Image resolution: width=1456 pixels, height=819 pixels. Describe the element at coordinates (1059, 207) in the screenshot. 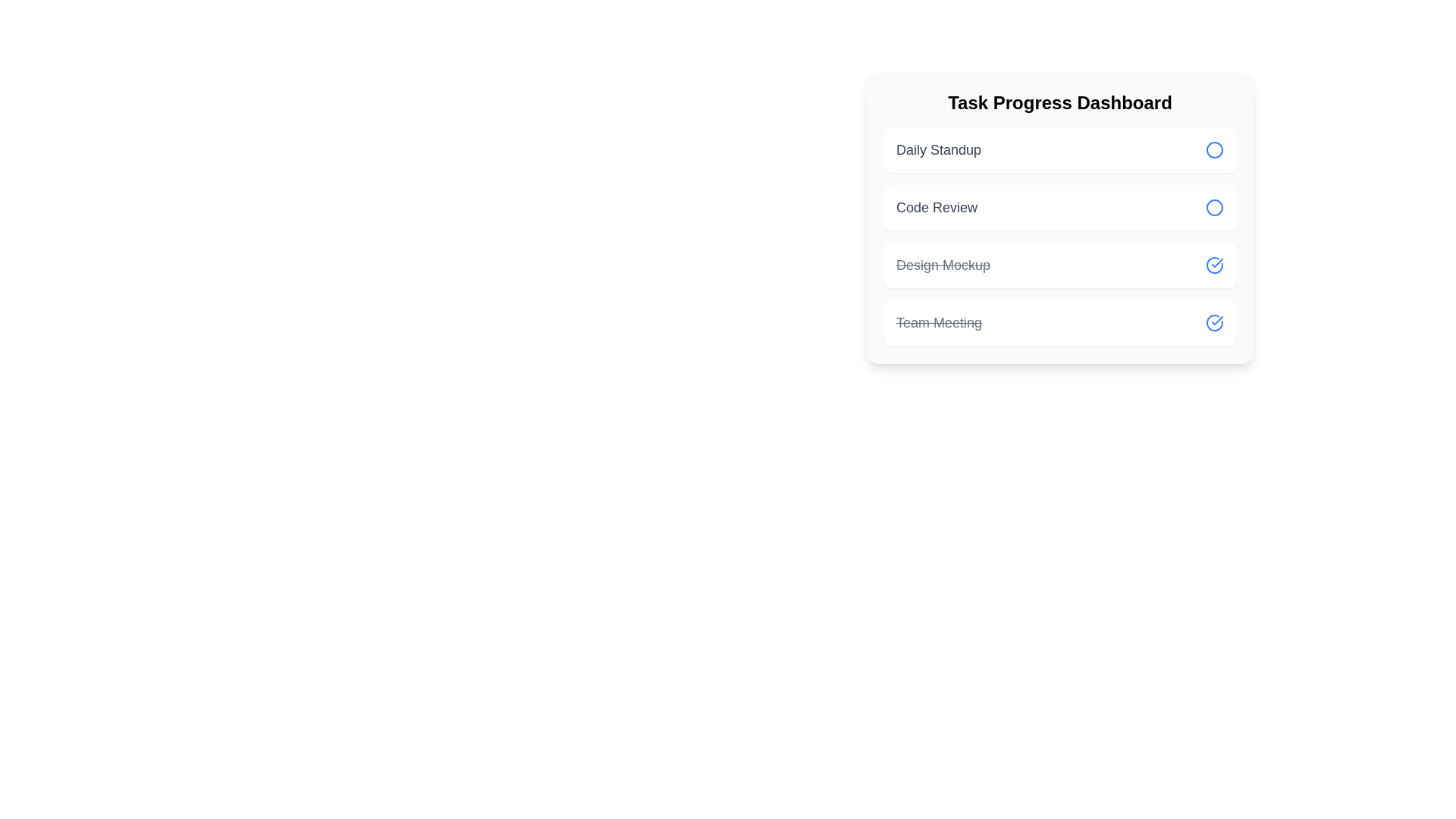

I see `the 'Code Review' task card located in the Task Progress Dashboard` at that location.